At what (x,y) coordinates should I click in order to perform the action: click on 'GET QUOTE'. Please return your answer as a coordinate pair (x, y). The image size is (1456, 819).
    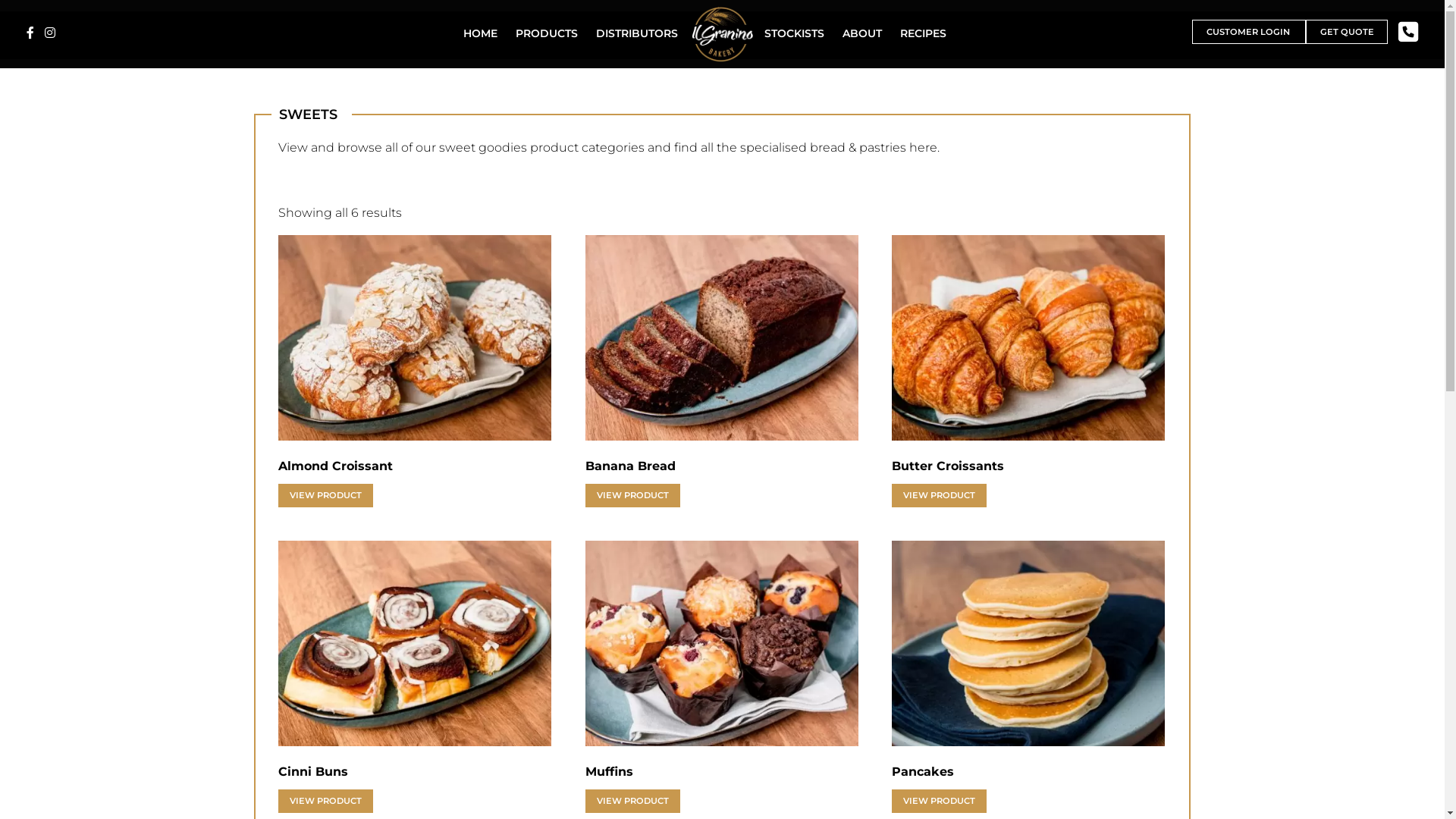
    Looking at the image, I should click on (1347, 32).